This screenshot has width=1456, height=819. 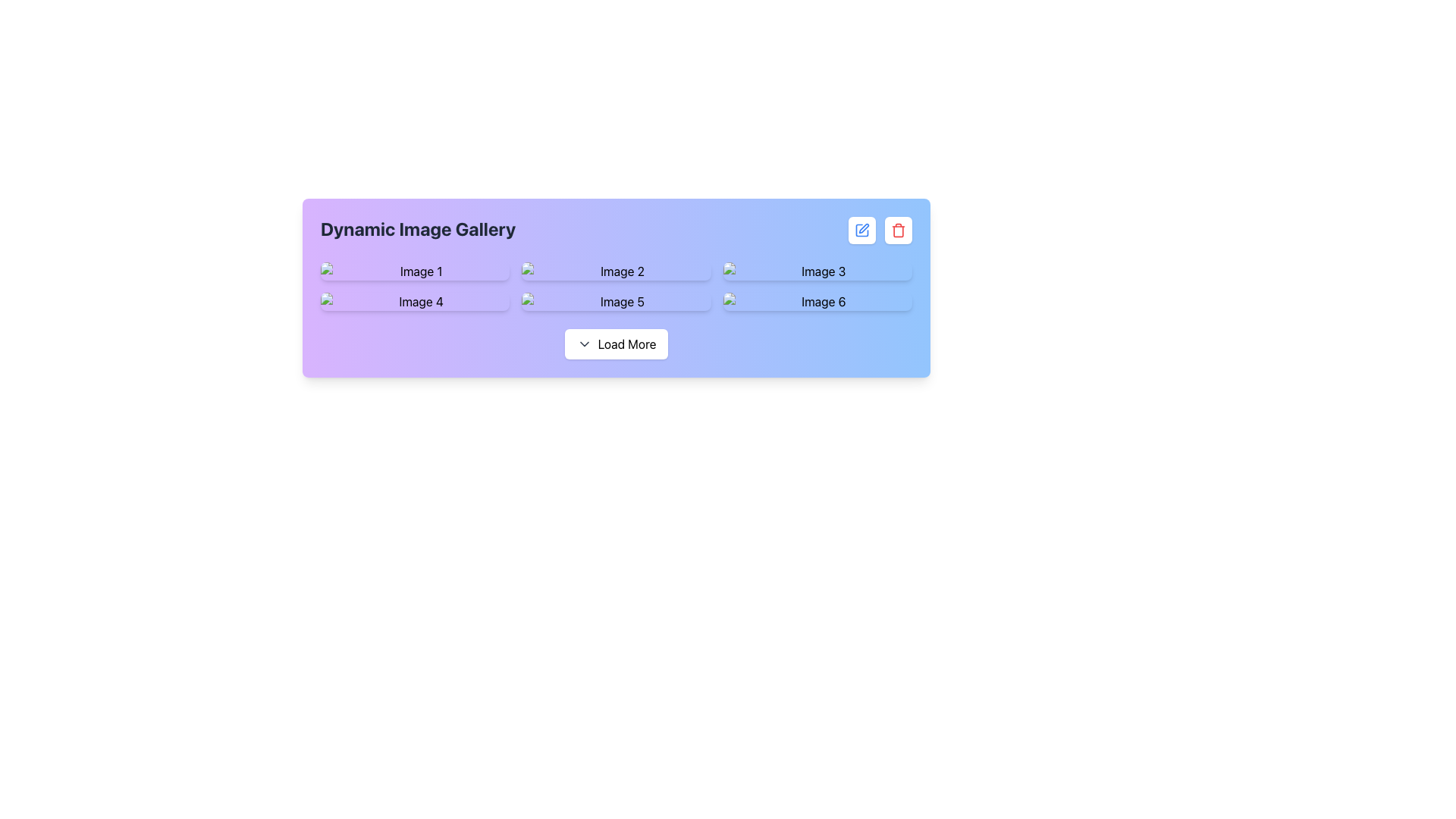 I want to click on the Image Preview with Label element that contains the image thumbnail and the label 'Image 2', so click(x=616, y=271).